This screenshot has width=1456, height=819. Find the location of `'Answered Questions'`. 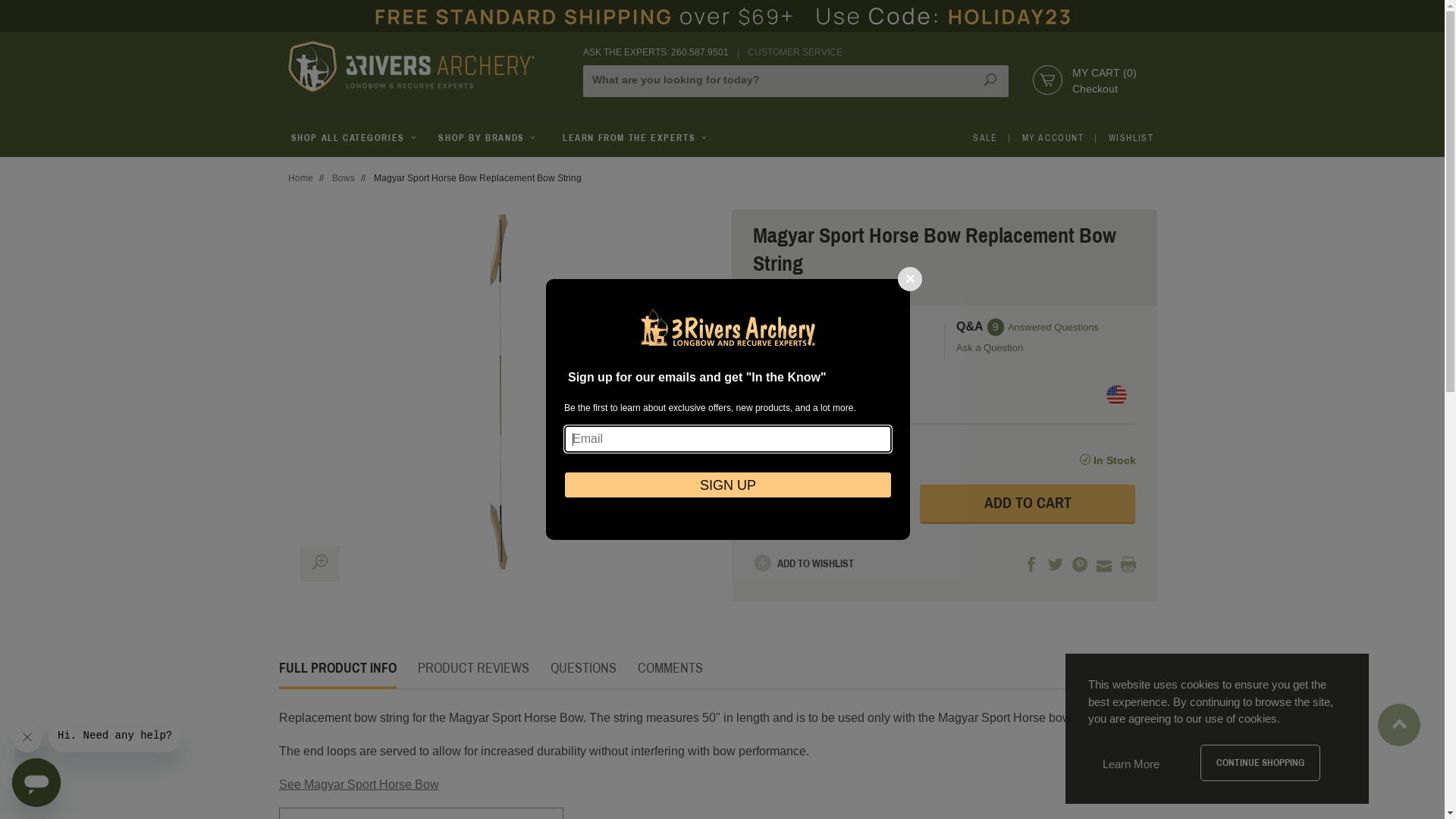

'Answered Questions' is located at coordinates (1052, 326).